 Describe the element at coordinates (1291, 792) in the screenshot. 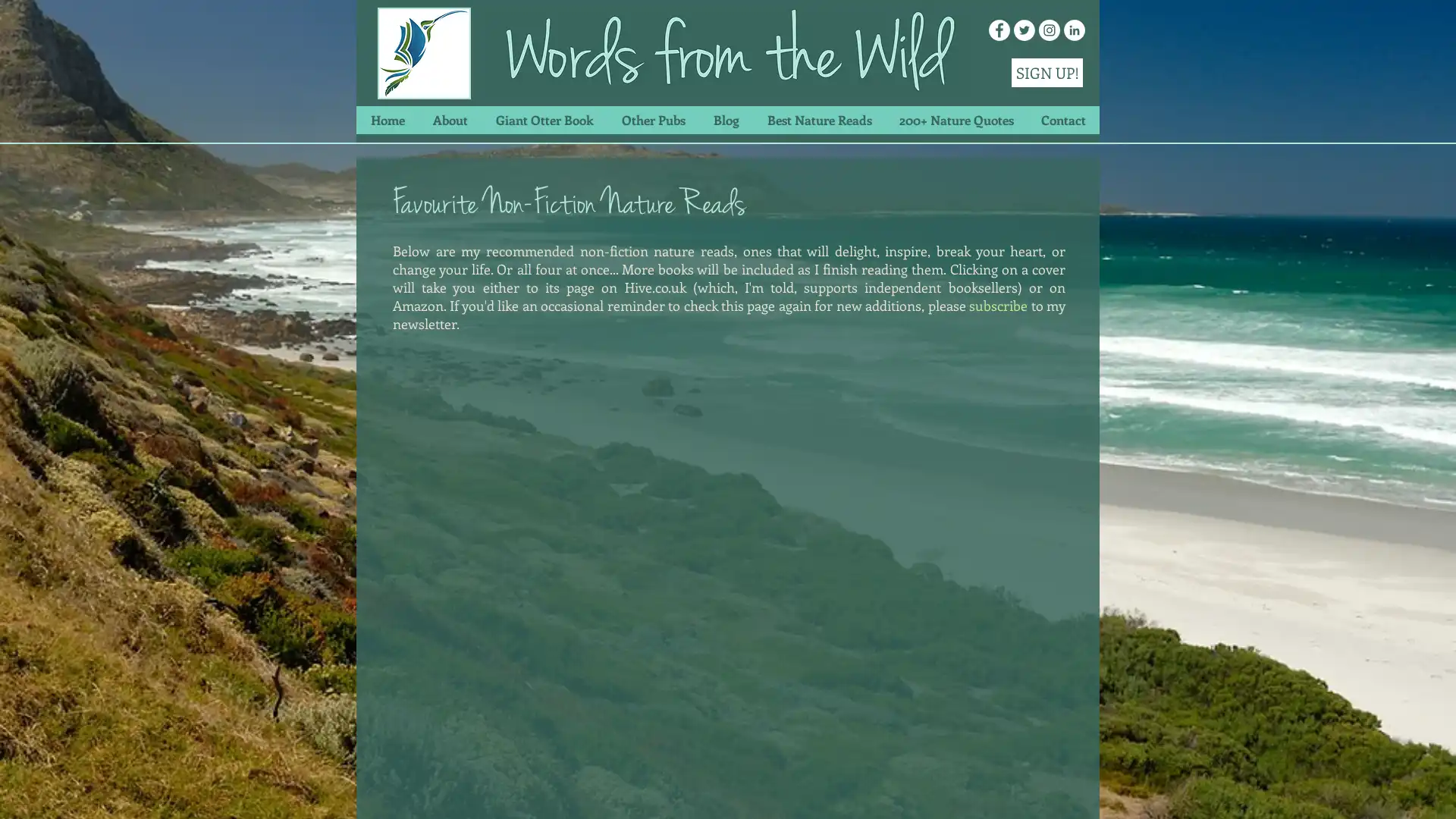

I see `Cookie Settings` at that location.